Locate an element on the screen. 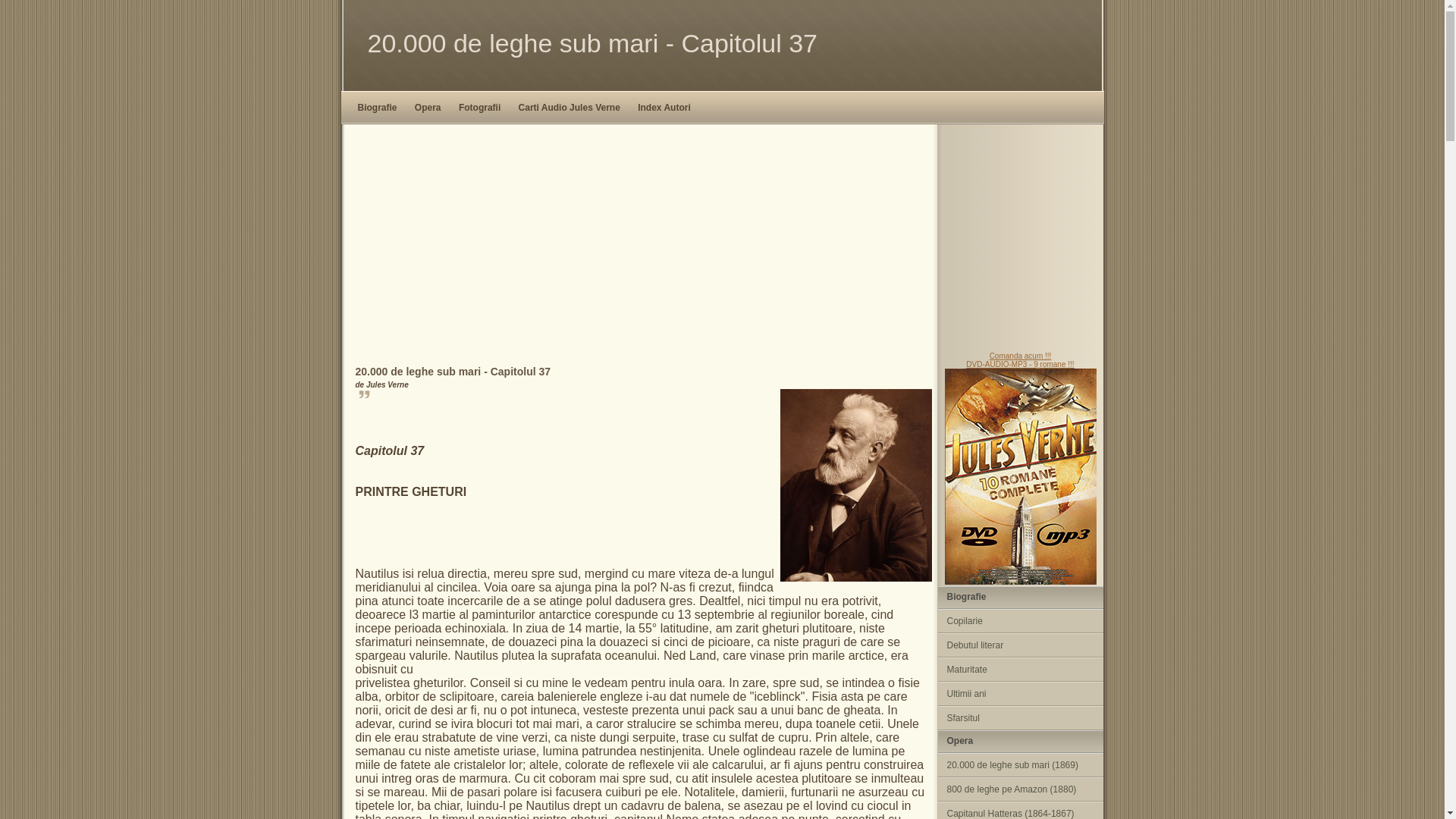 This screenshot has width=1456, height=819. 'Advertisement' is located at coordinates (720, 237).